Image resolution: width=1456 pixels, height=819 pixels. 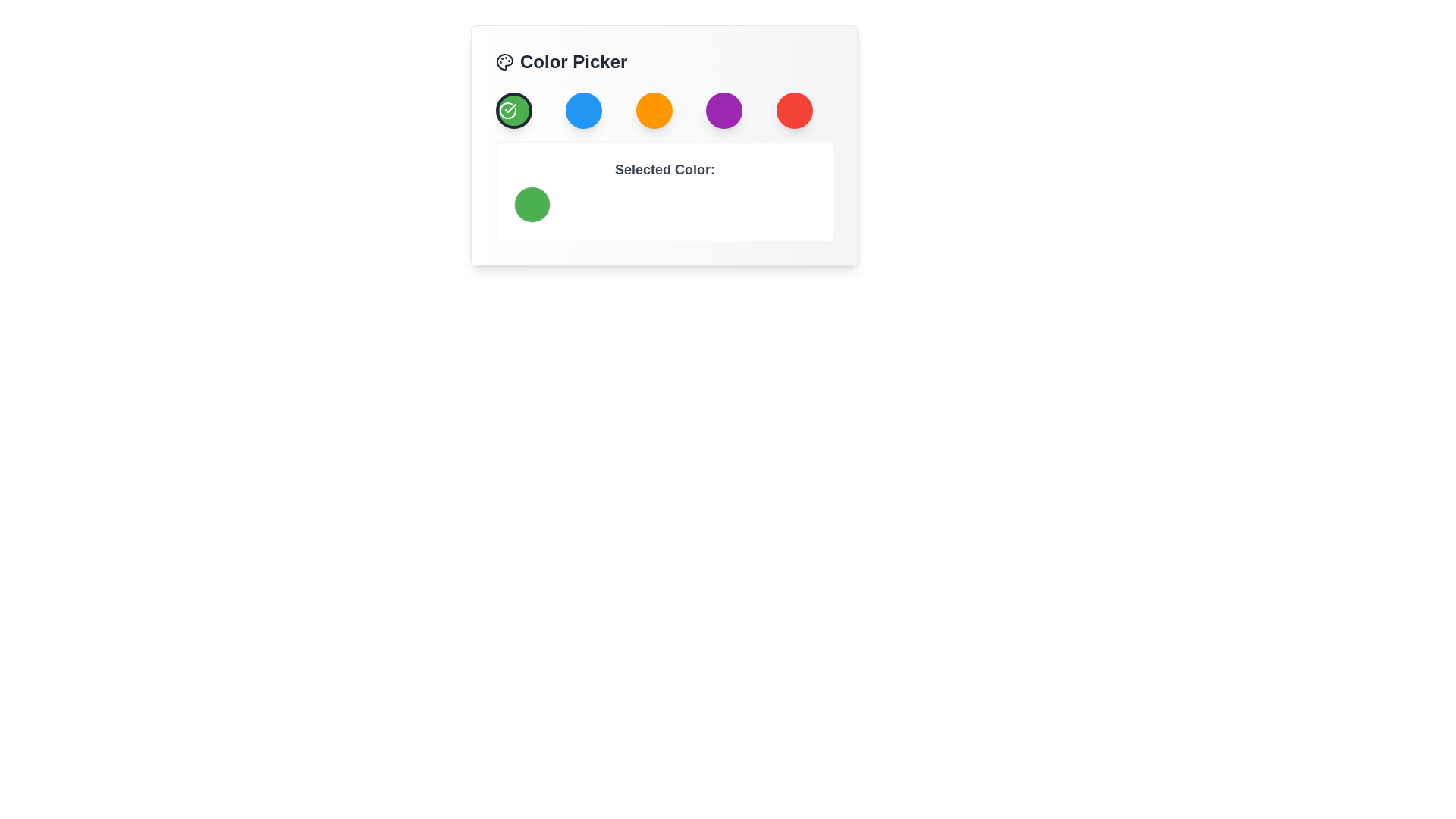 I want to click on the circular purple button in the Color Picker modal to trigger the hover effect, so click(x=723, y=110).